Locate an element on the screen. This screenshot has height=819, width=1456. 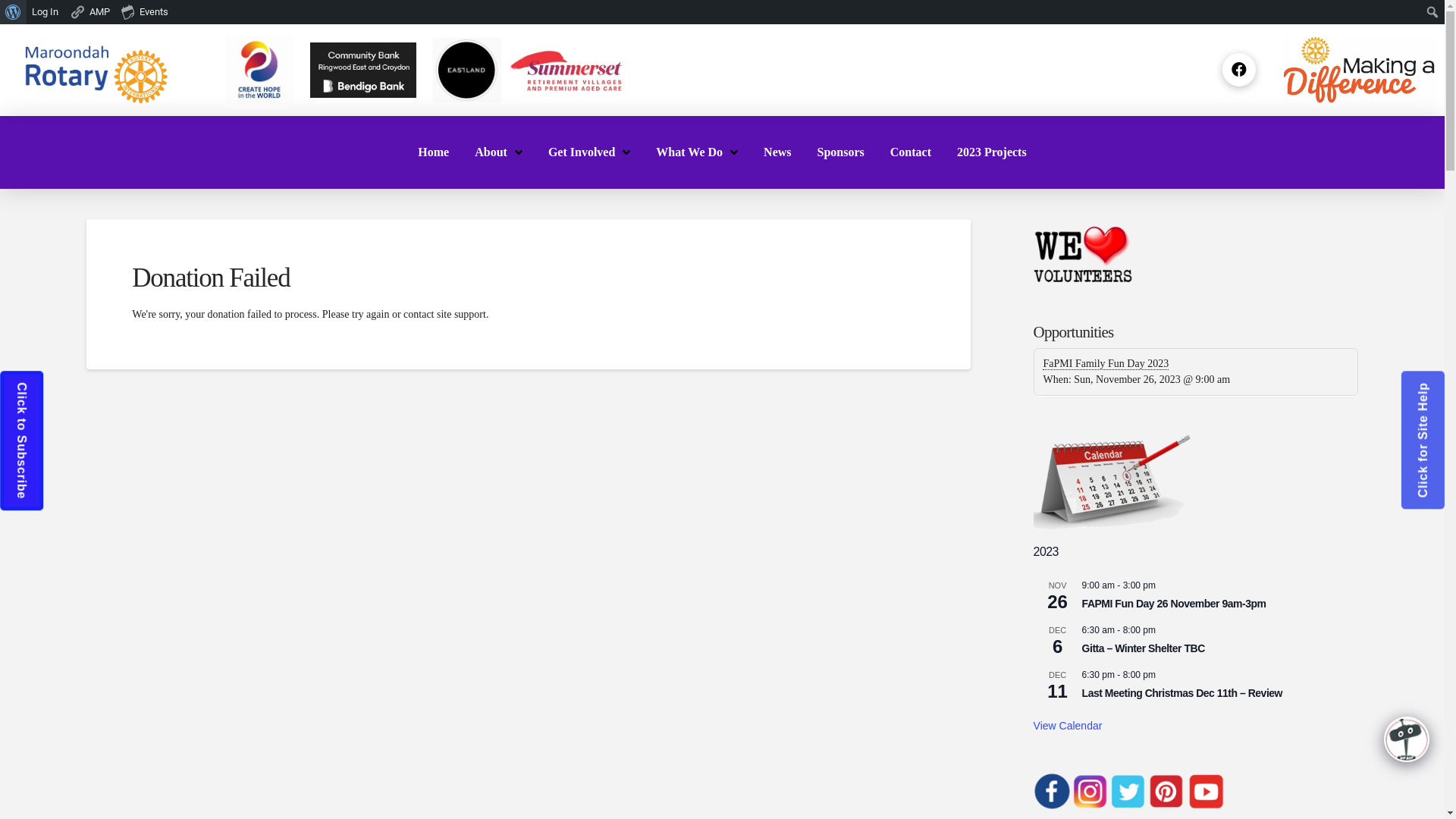
'Events' is located at coordinates (145, 11).